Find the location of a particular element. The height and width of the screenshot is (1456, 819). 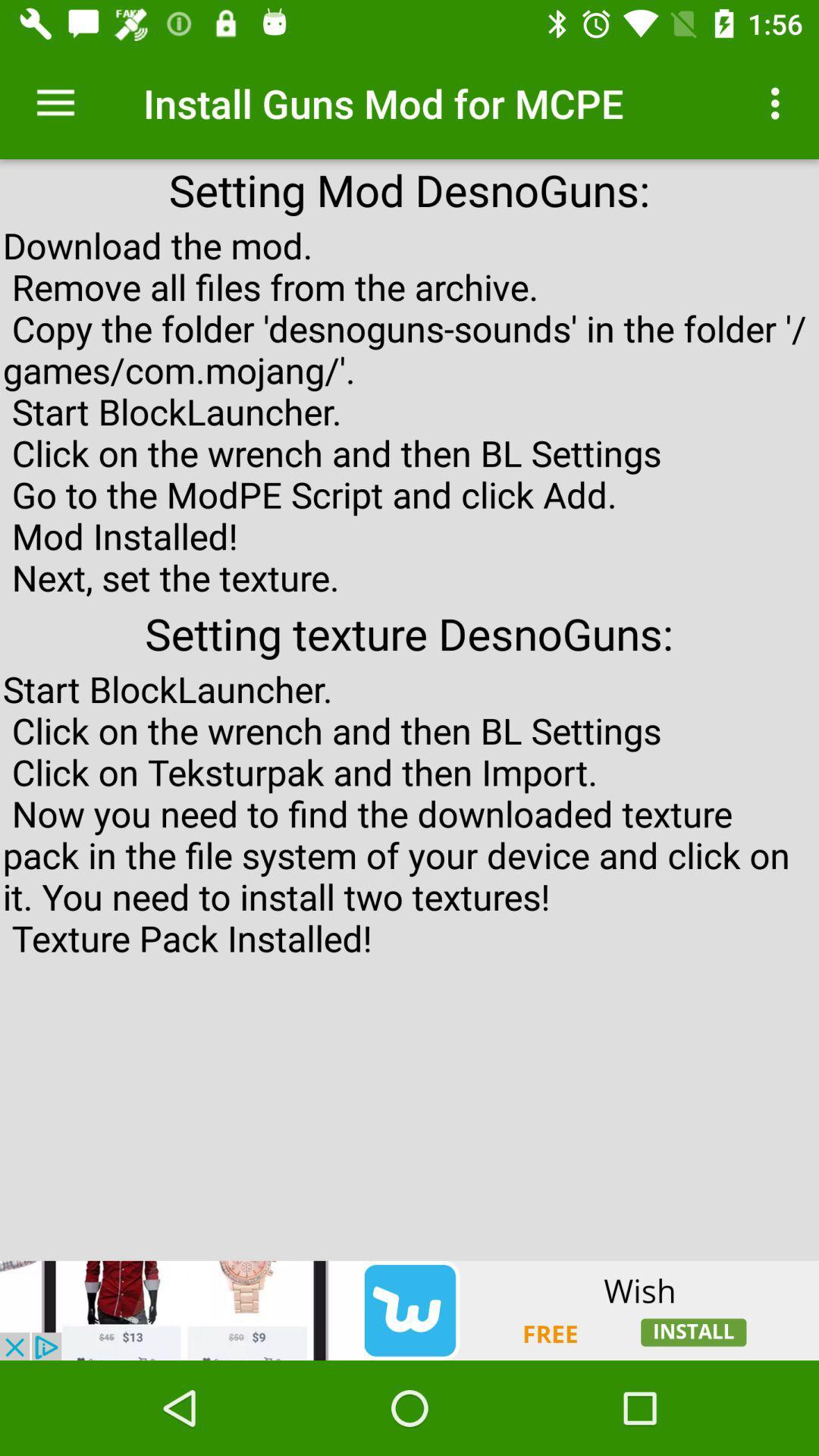

advertisements website is located at coordinates (409, 1310).